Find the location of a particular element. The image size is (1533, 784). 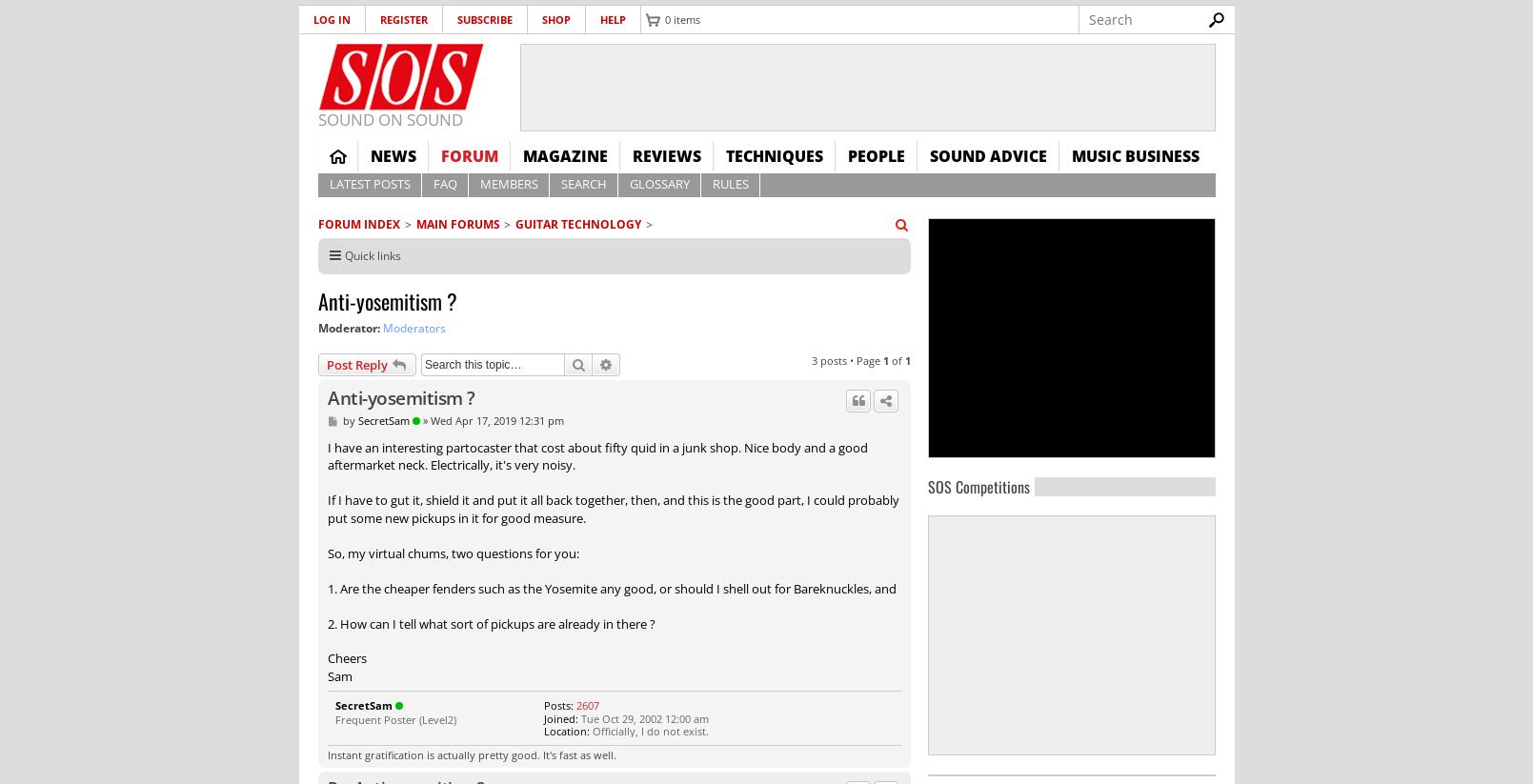

'Forum' is located at coordinates (469, 155).